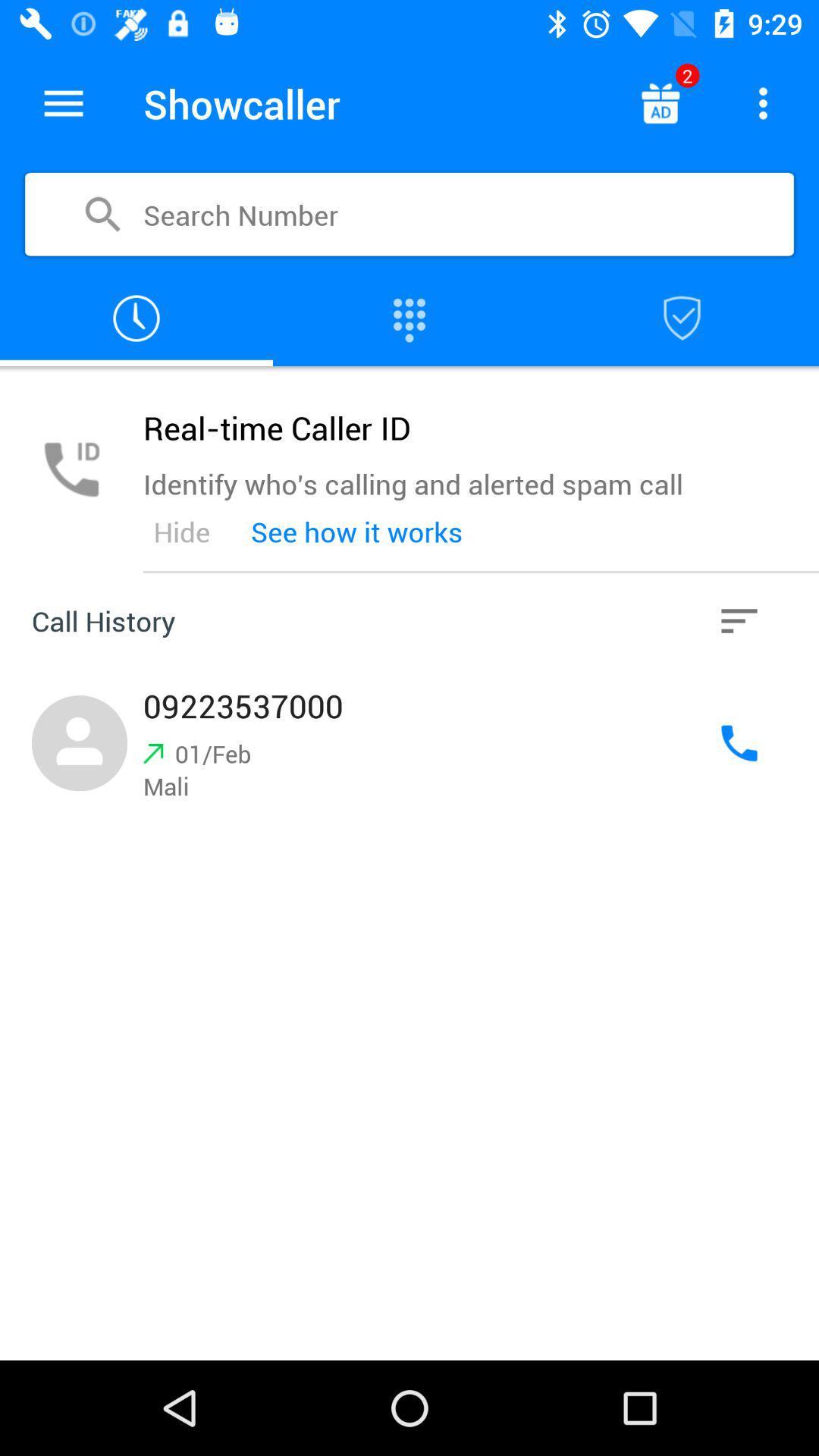 The height and width of the screenshot is (1456, 819). Describe the element at coordinates (409, 318) in the screenshot. I see `open keypad` at that location.